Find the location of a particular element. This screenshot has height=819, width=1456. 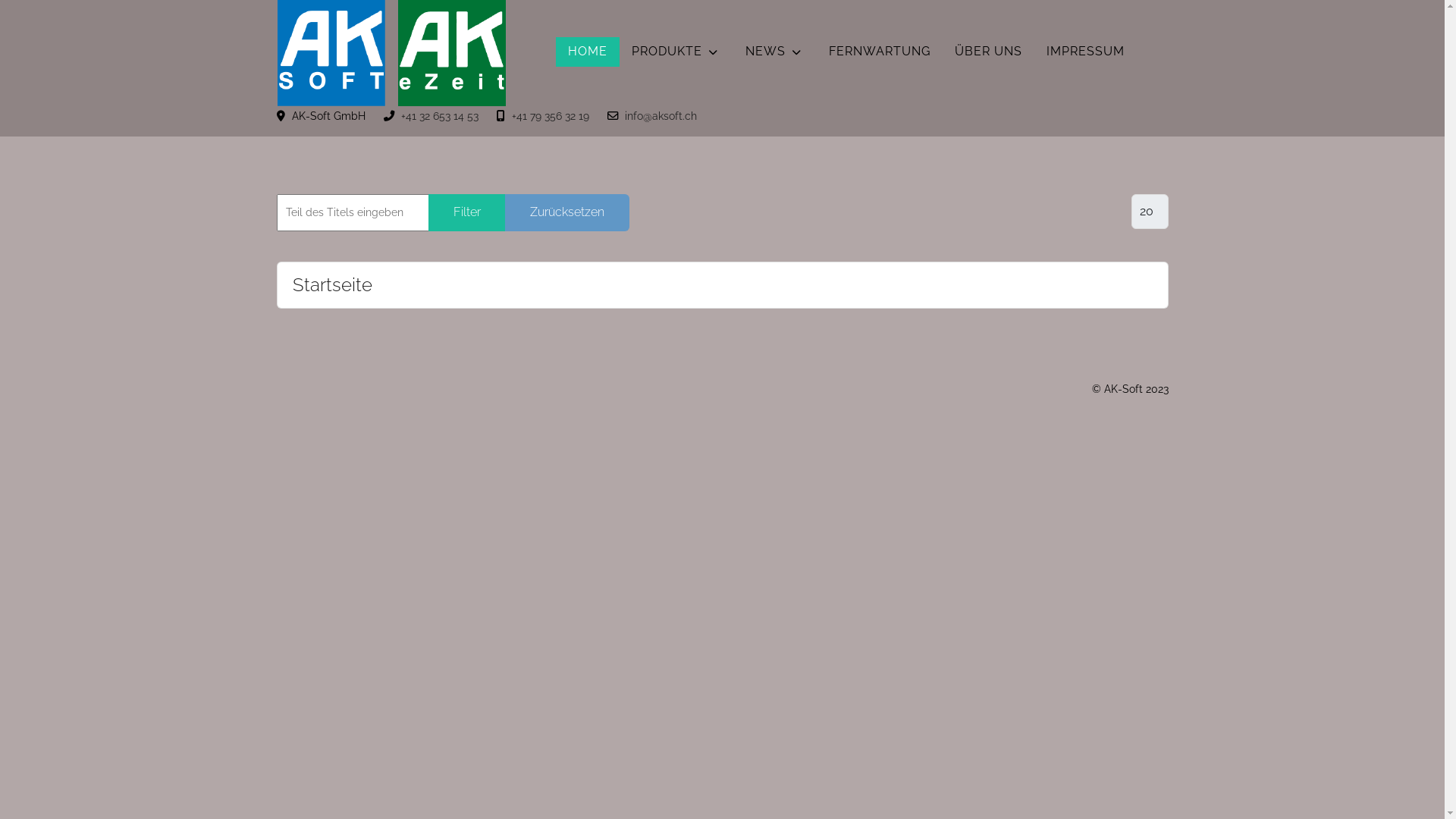

'PRODUKTE' is located at coordinates (675, 51).